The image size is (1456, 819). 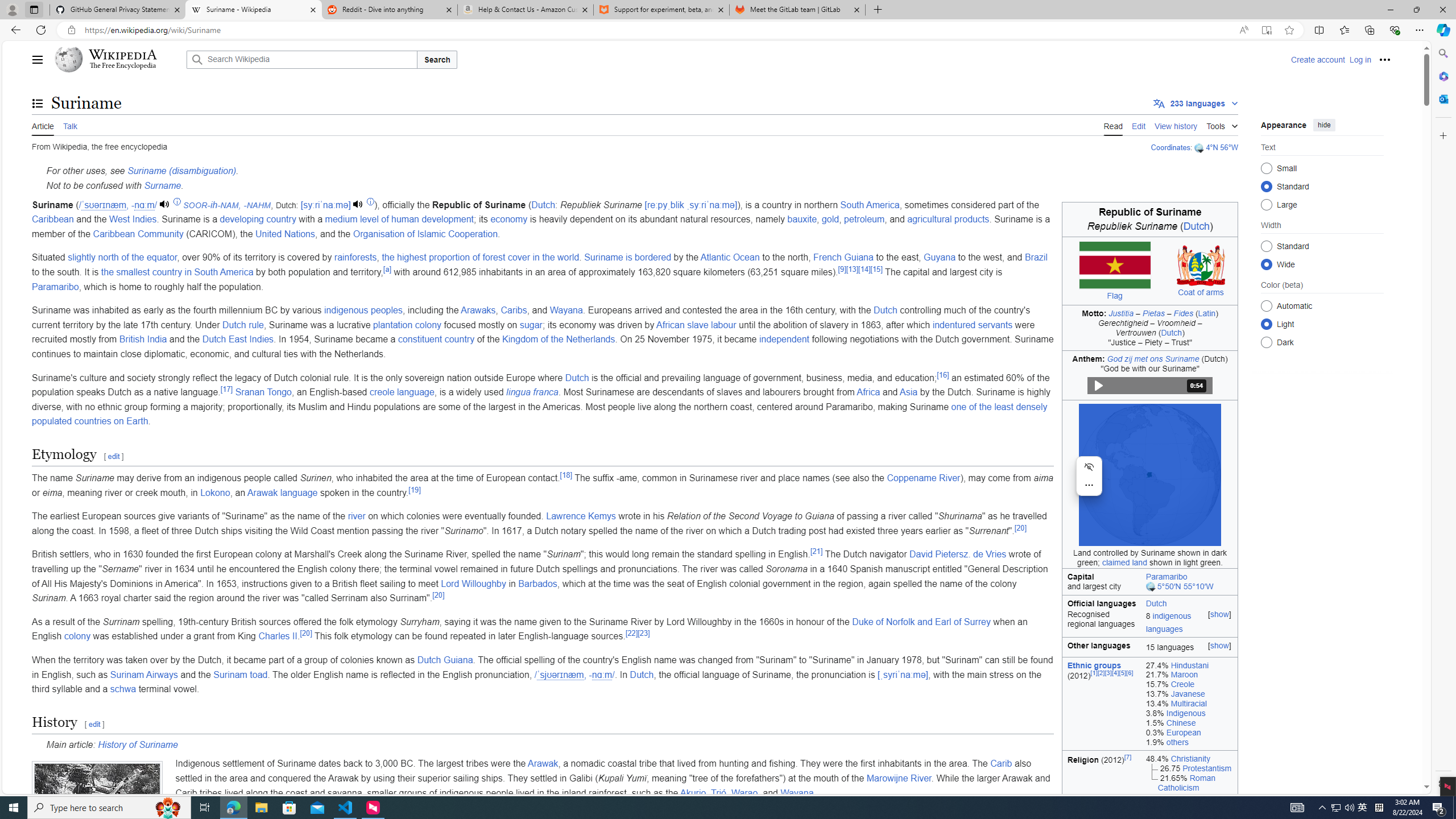 I want to click on 'British India', so click(x=143, y=338).